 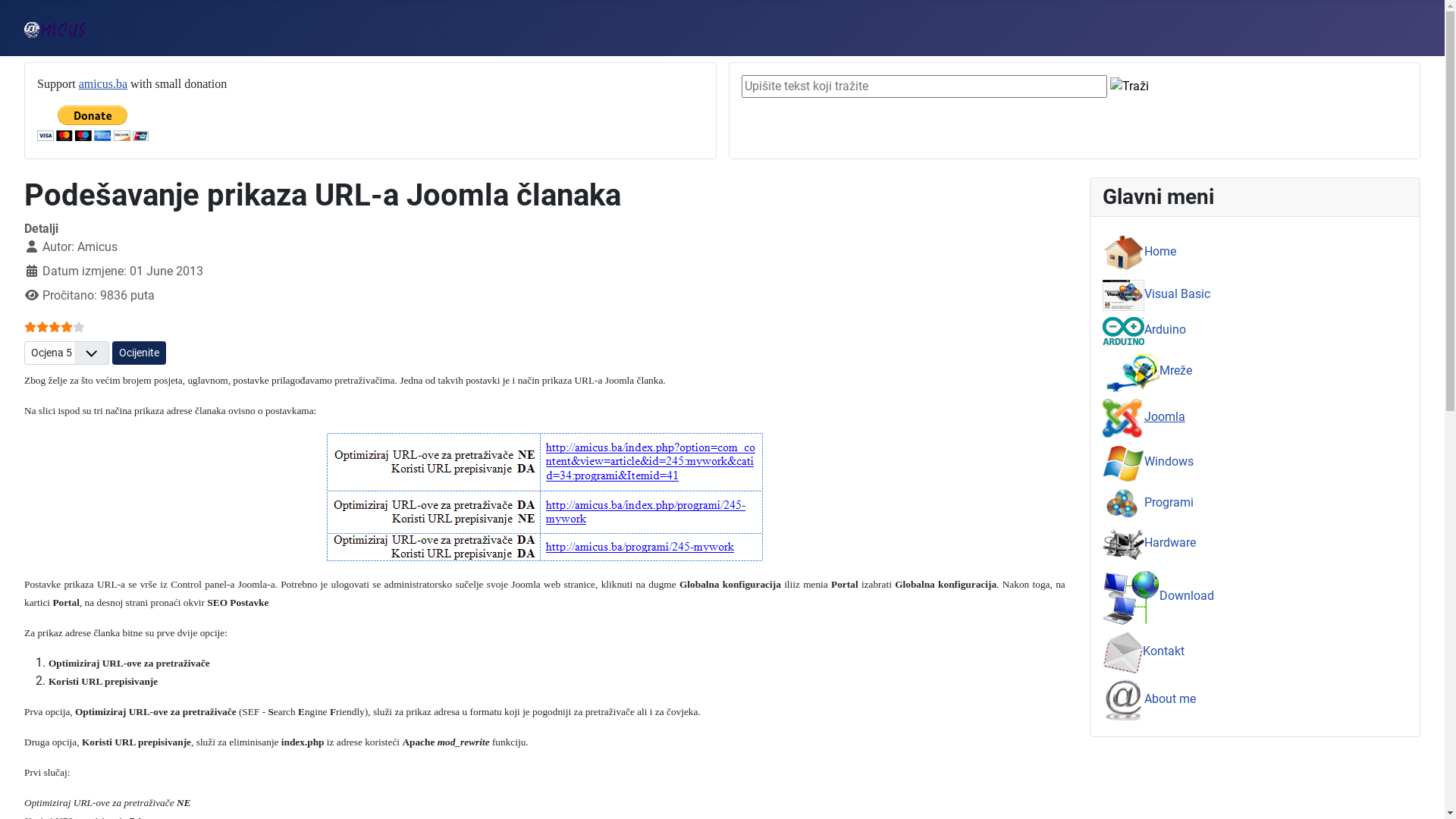 What do you see at coordinates (1103, 502) in the screenshot?
I see `'Programi'` at bounding box center [1103, 502].